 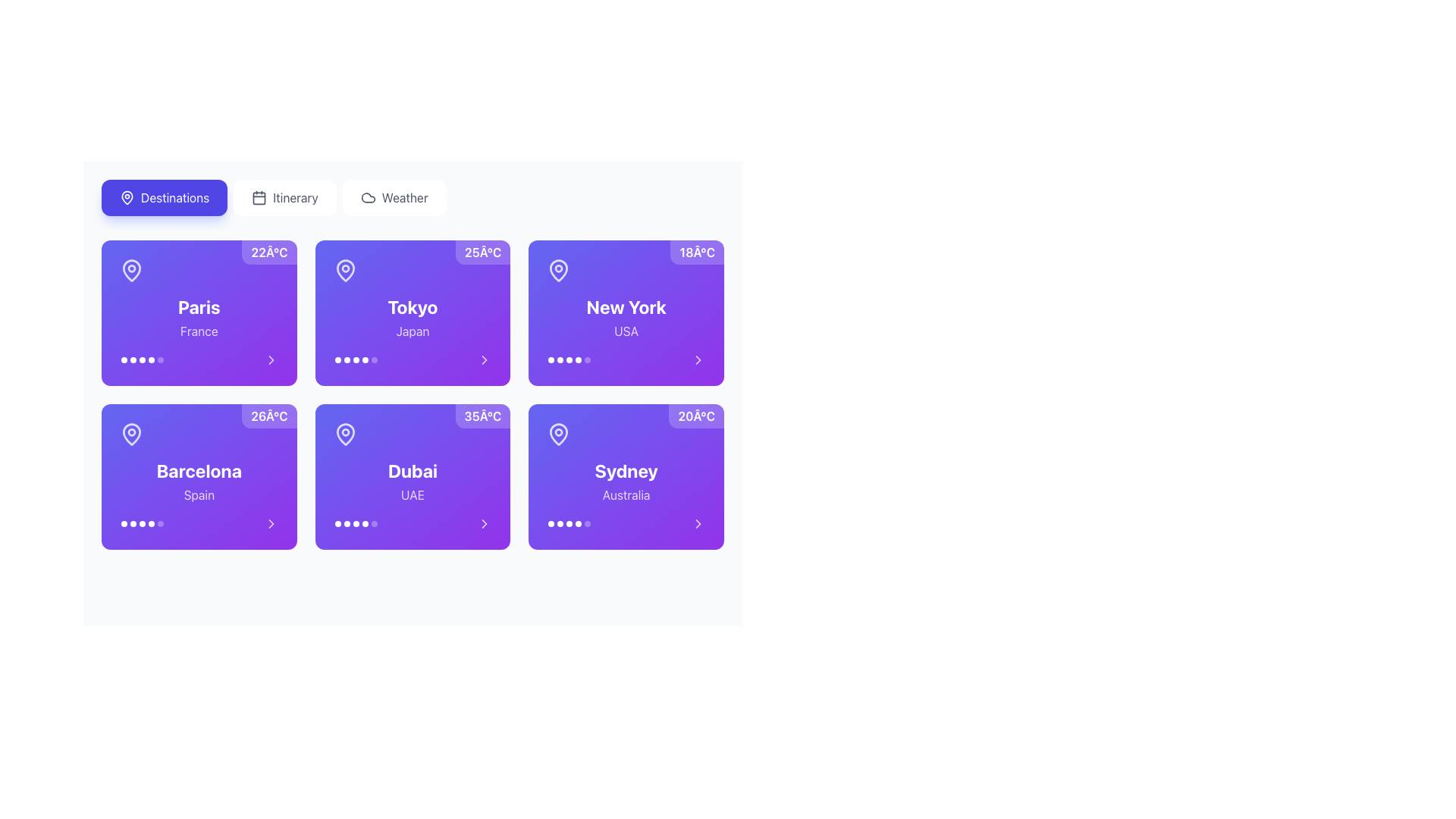 What do you see at coordinates (142, 522) in the screenshot?
I see `the center dot of the progress indicator located at the bottom edge of the 'Barcelona' card` at bounding box center [142, 522].